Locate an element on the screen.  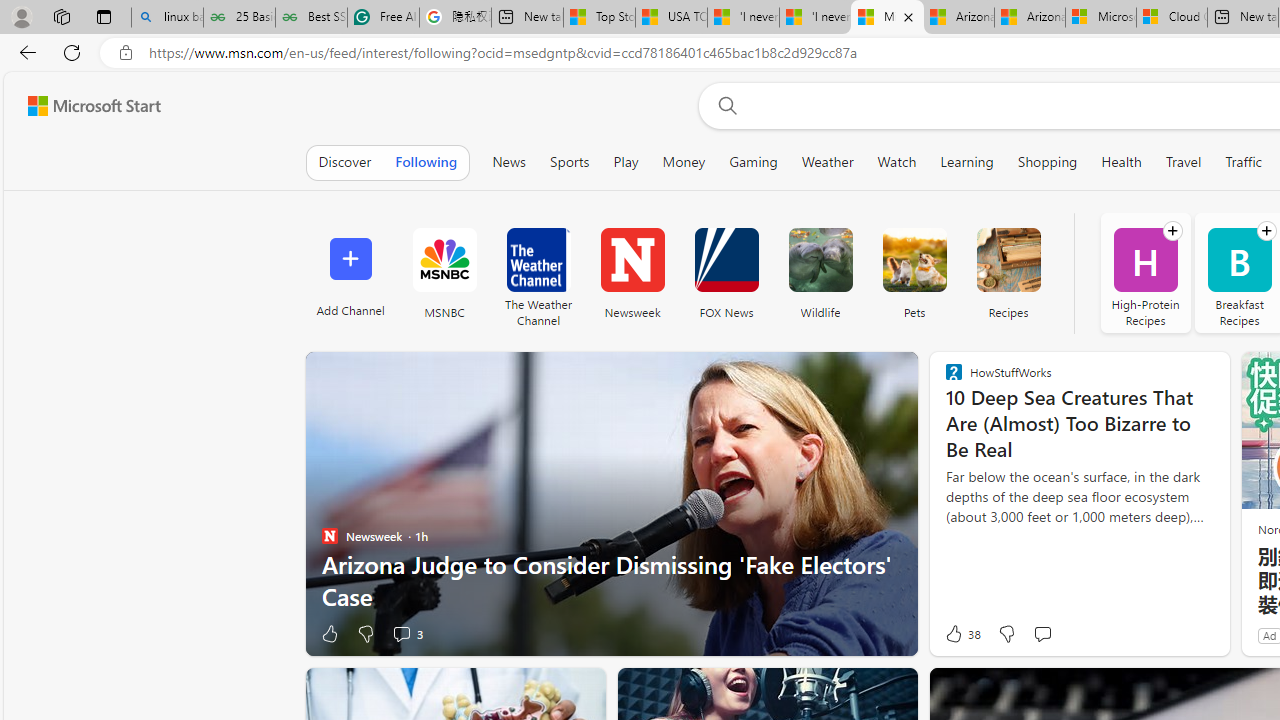
'Free AI Writing Assistance for Students | Grammarly' is located at coordinates (383, 17).